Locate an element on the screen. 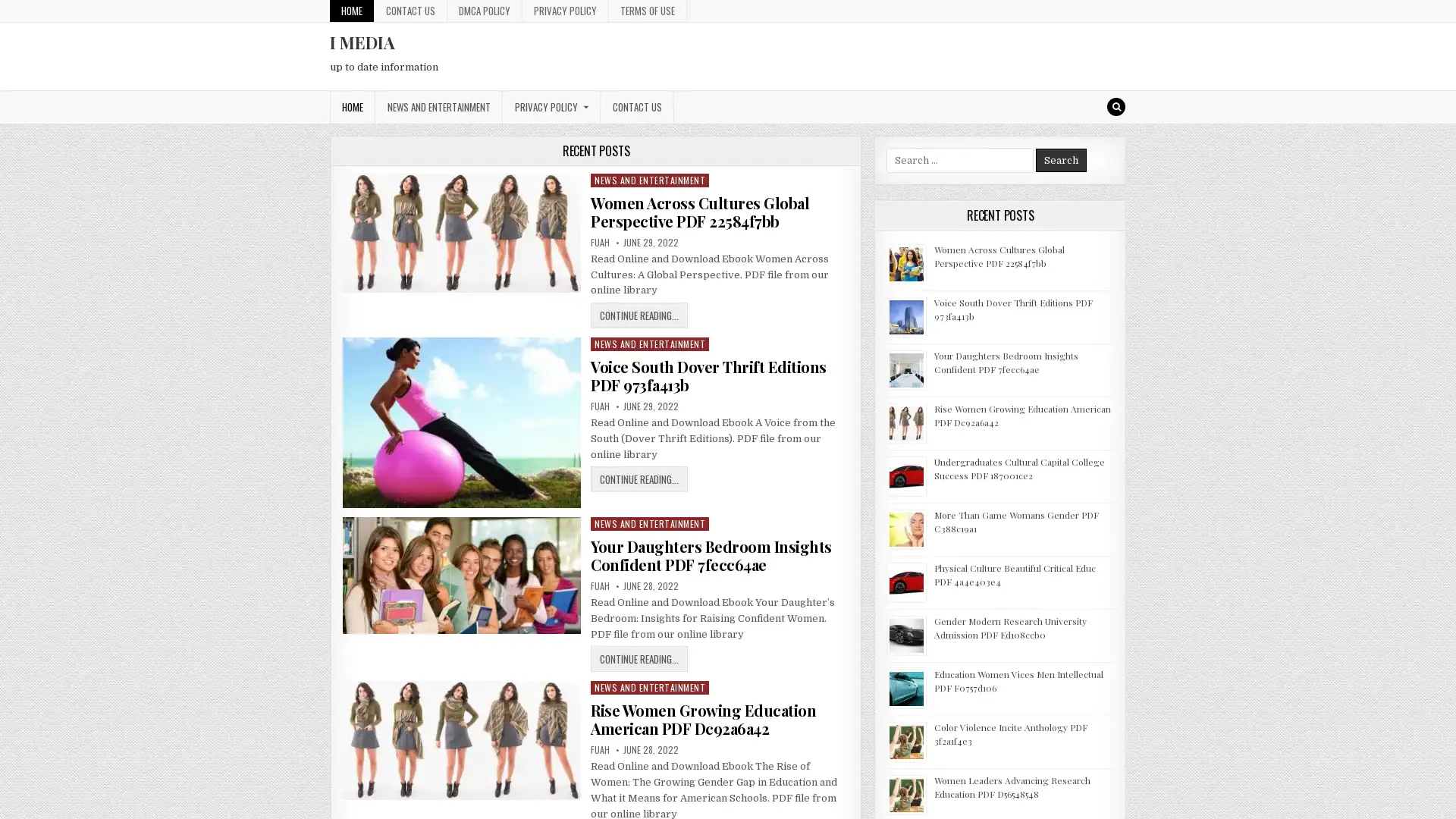 Image resolution: width=1456 pixels, height=819 pixels. Search is located at coordinates (1060, 160).